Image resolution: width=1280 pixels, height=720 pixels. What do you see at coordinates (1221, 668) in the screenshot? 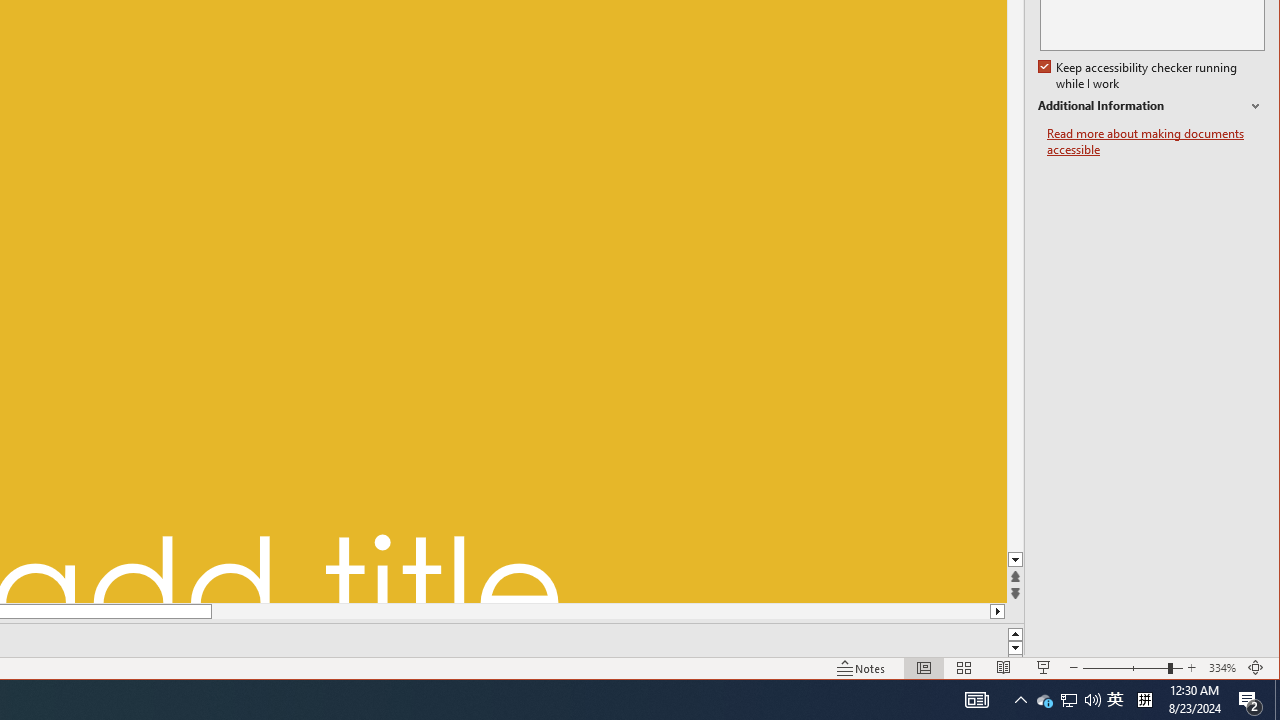
I see `'Zoom 334%'` at bounding box center [1221, 668].